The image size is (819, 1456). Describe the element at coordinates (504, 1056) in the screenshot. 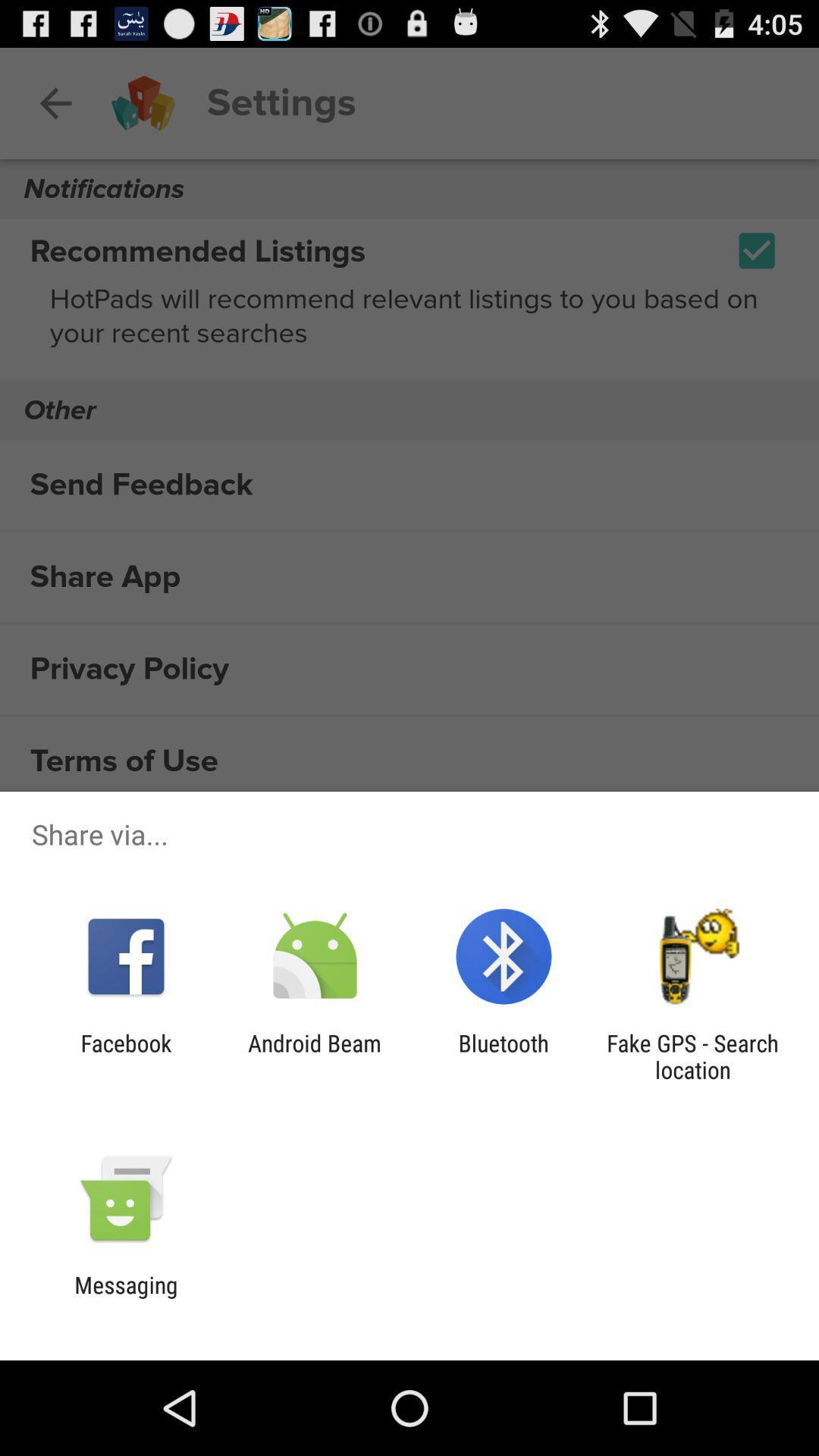

I see `bluetooth icon` at that location.